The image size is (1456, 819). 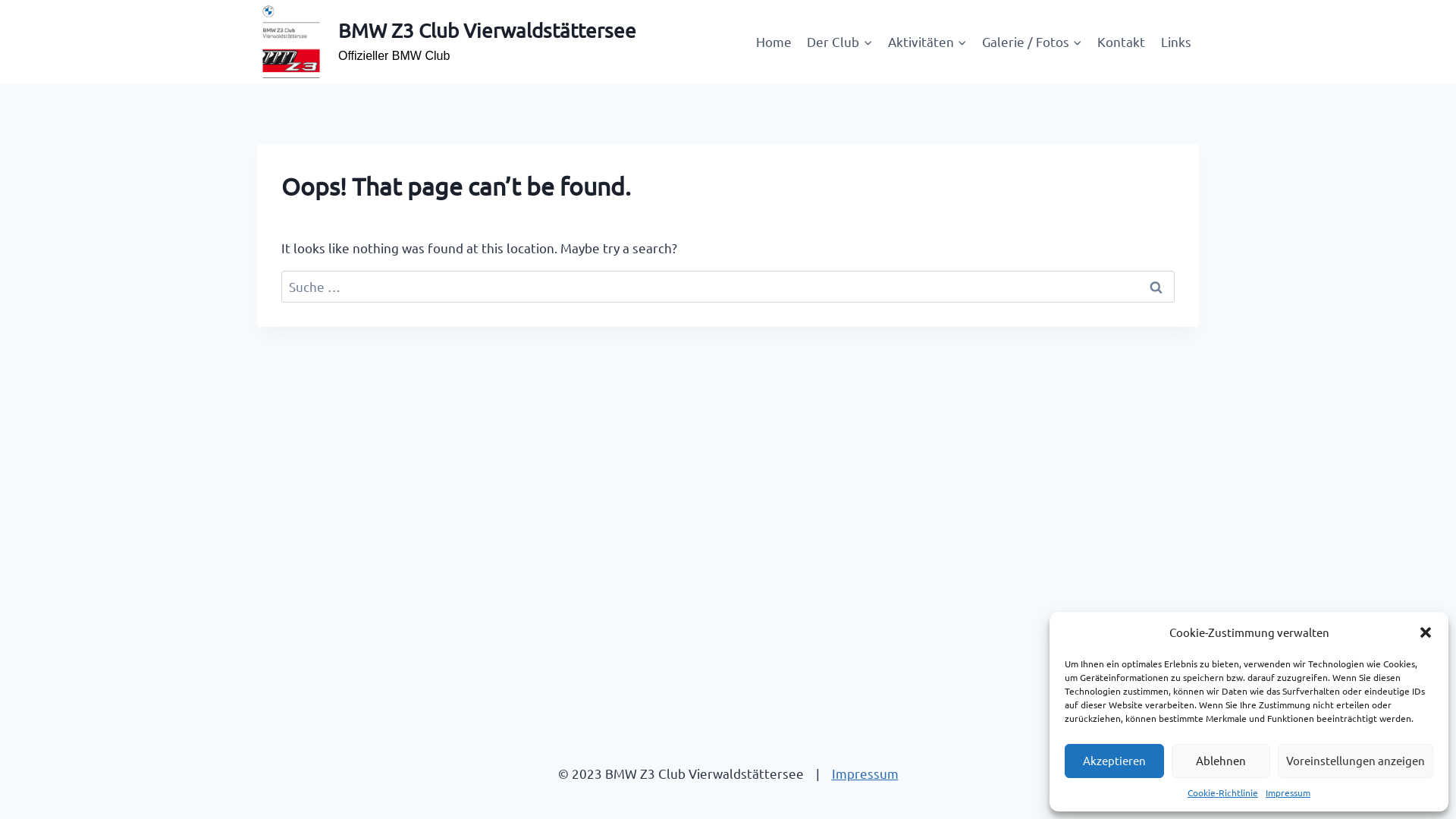 I want to click on 'Galerie / Fotos', so click(x=974, y=40).